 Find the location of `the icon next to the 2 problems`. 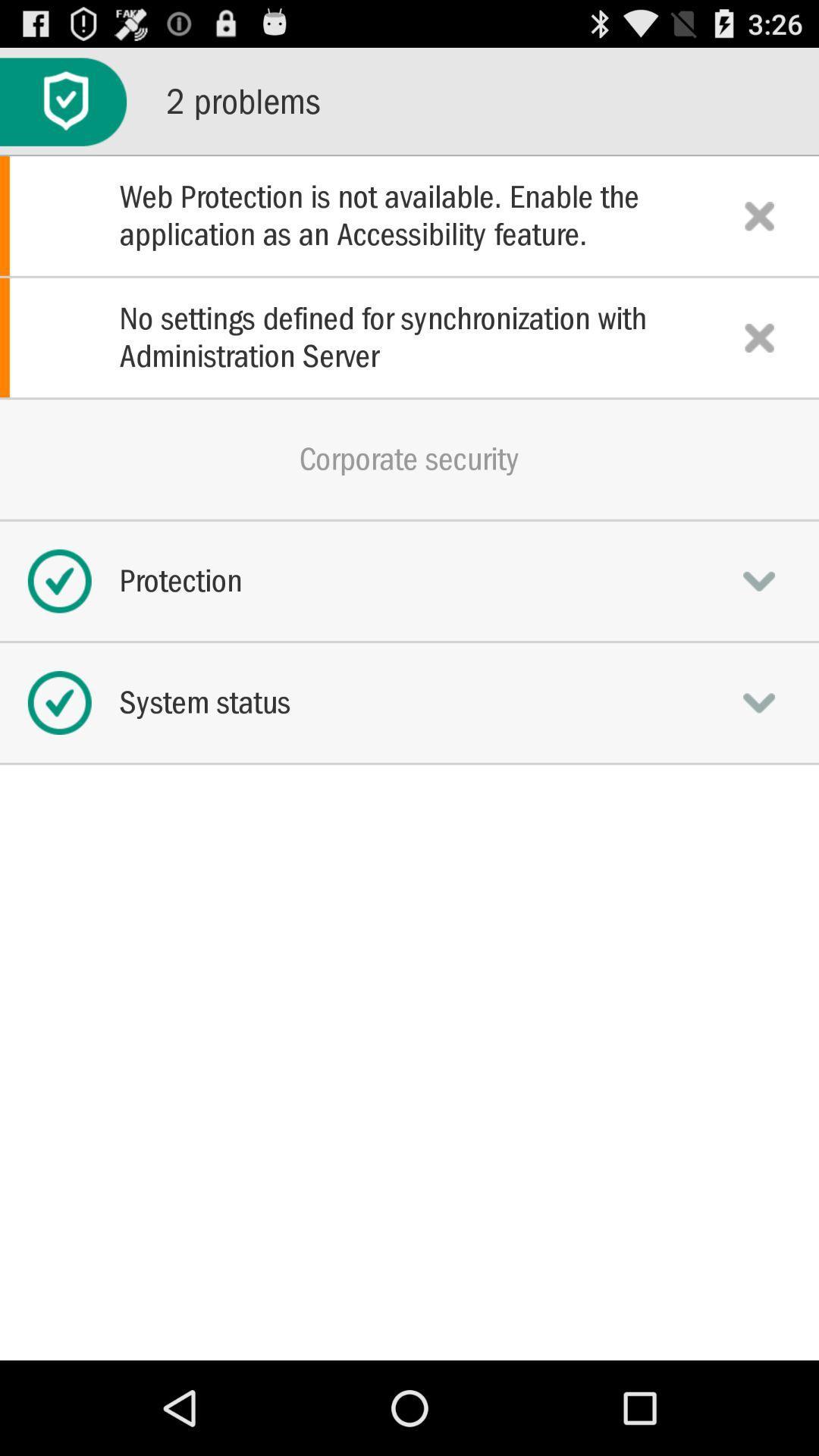

the icon next to the 2 problems is located at coordinates (62, 101).